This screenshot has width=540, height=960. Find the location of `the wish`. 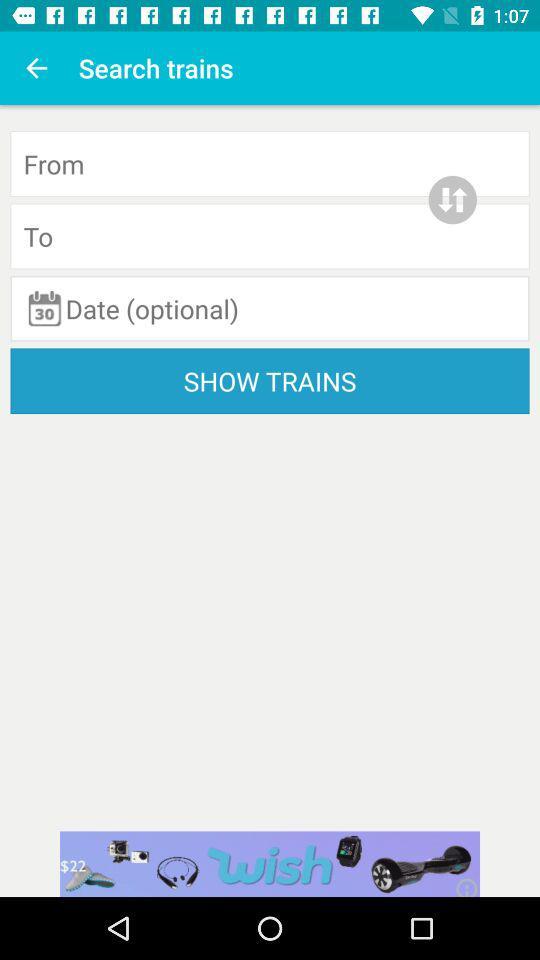

the wish is located at coordinates (270, 863).